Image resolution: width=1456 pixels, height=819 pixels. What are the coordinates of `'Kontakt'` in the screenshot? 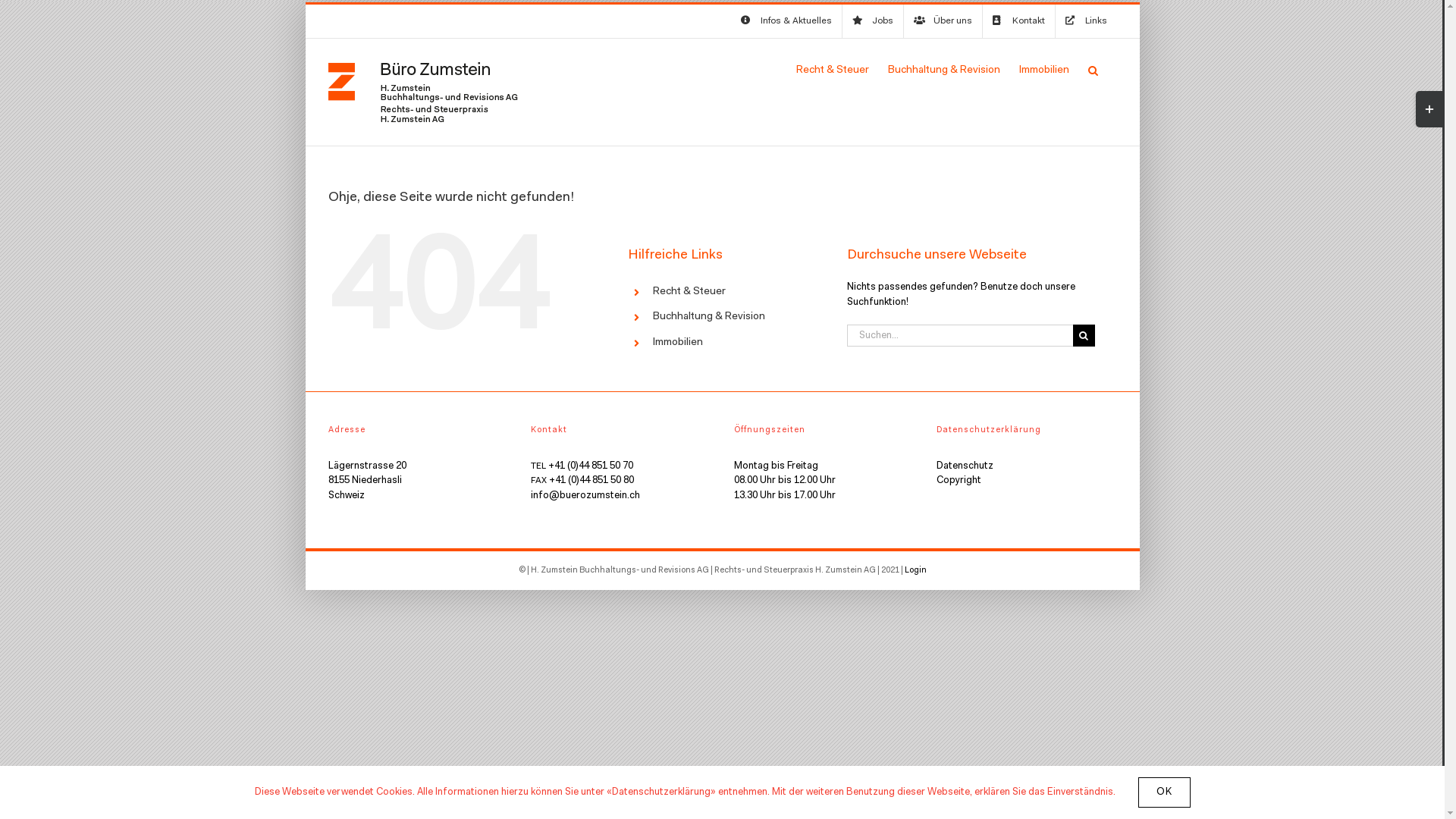 It's located at (1018, 20).